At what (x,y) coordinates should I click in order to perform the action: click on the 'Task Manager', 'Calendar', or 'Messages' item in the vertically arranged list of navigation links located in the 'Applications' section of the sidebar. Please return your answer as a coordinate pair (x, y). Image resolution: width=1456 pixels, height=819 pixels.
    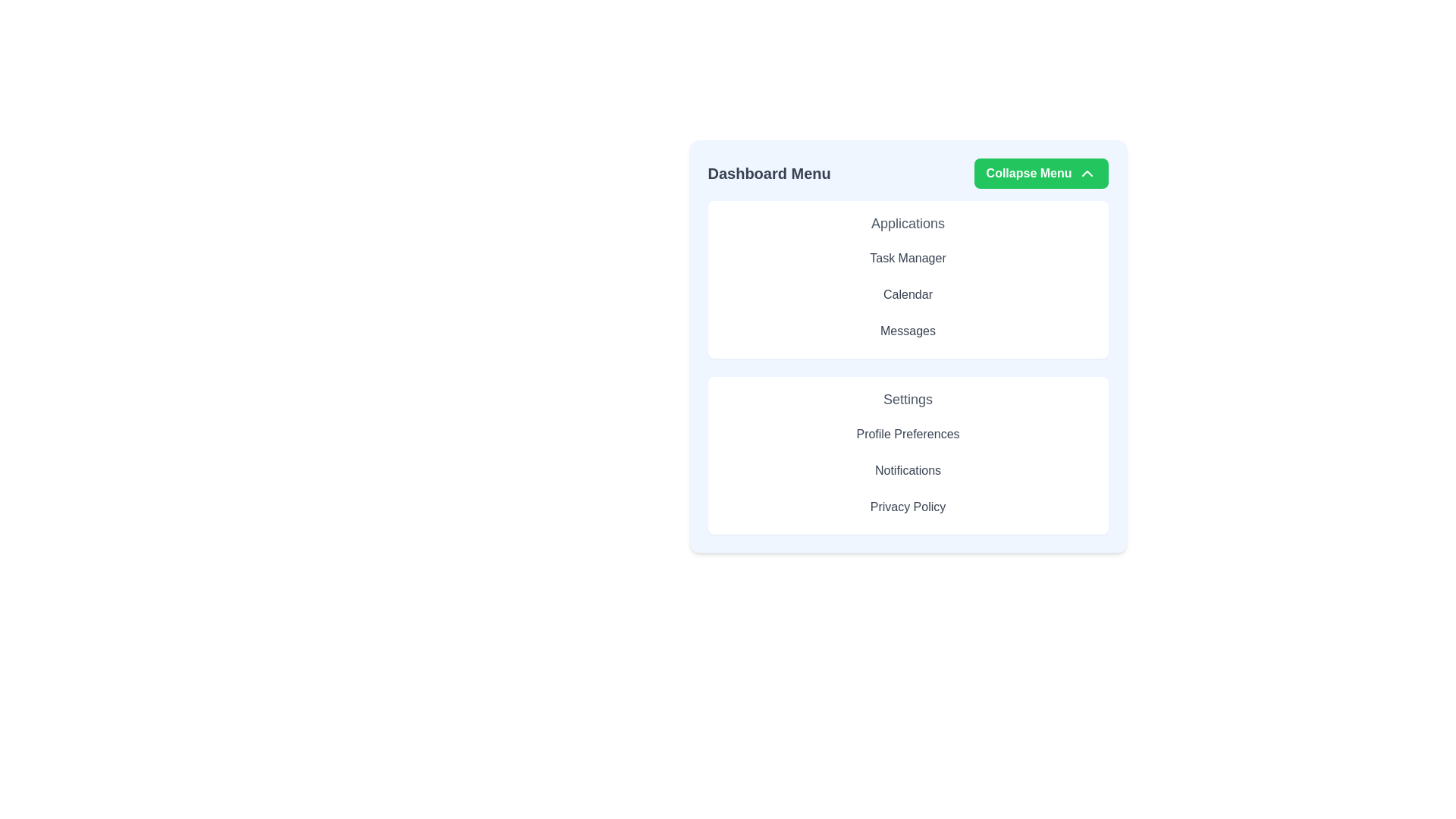
    Looking at the image, I should click on (908, 295).